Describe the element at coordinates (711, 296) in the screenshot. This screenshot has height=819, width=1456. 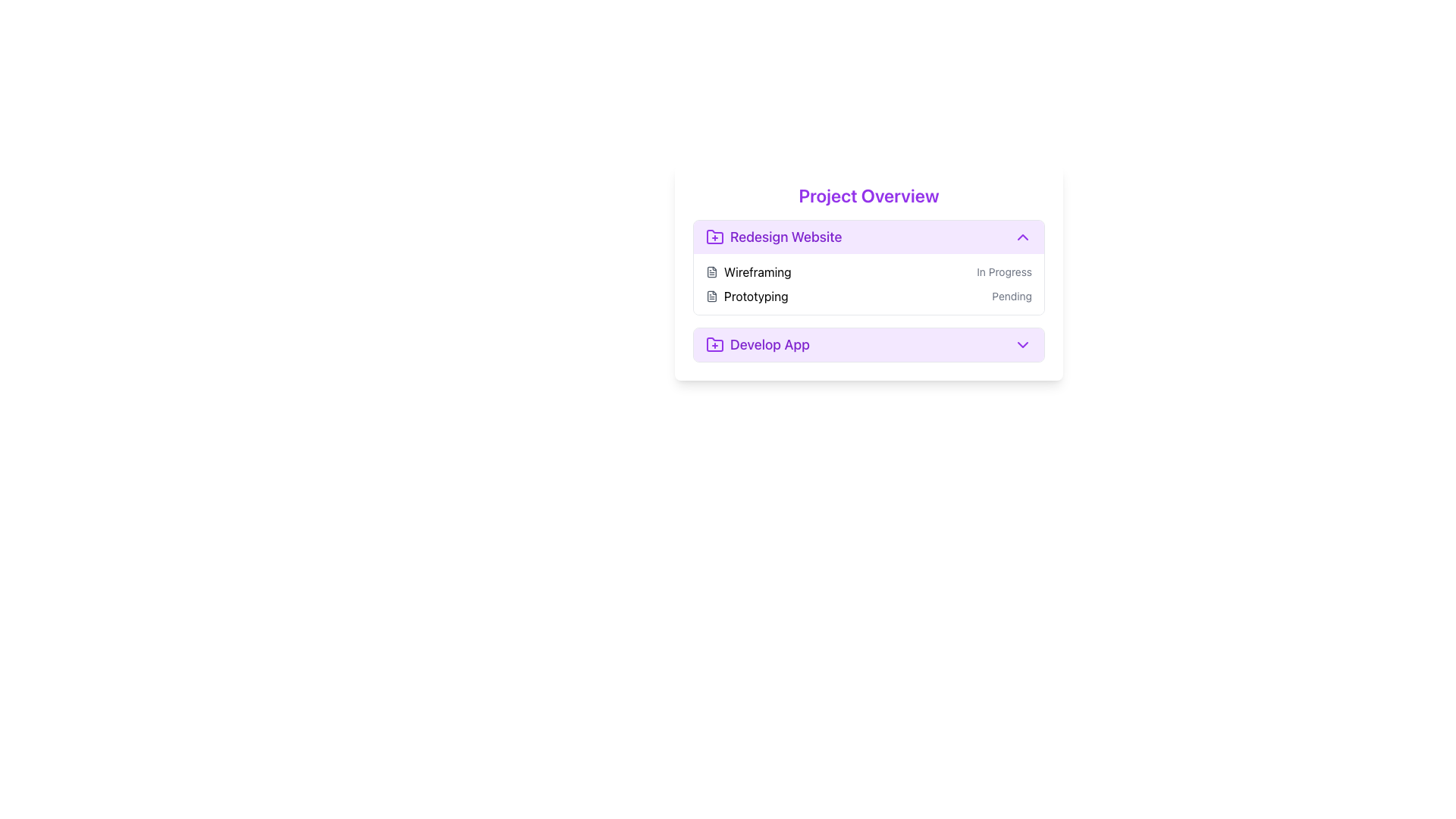
I see `the small, gray document-shaped icon next to the 'Prototyping' text in the second item of the list under 'Redesign Website'` at that location.